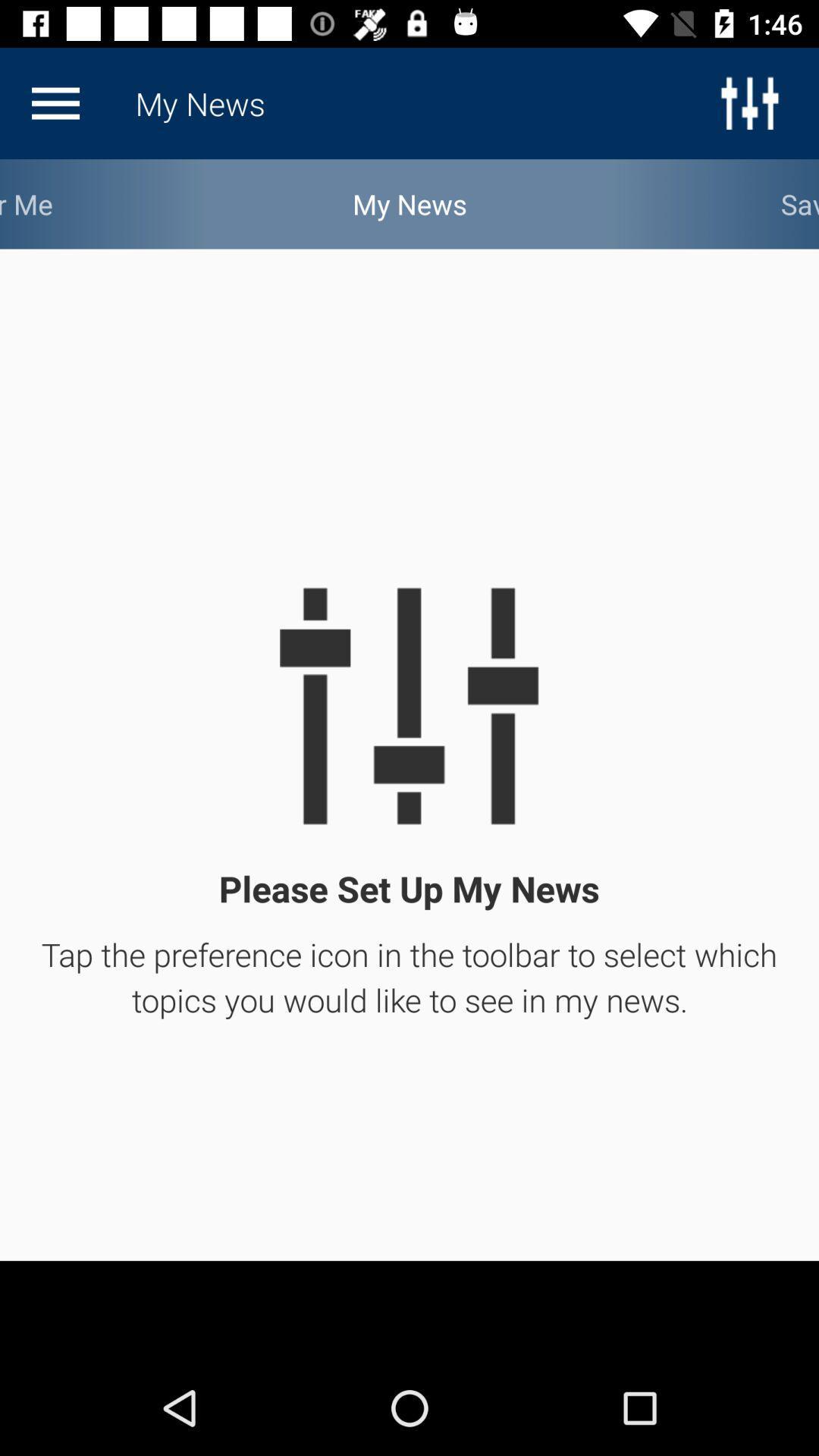  I want to click on customize, so click(55, 102).